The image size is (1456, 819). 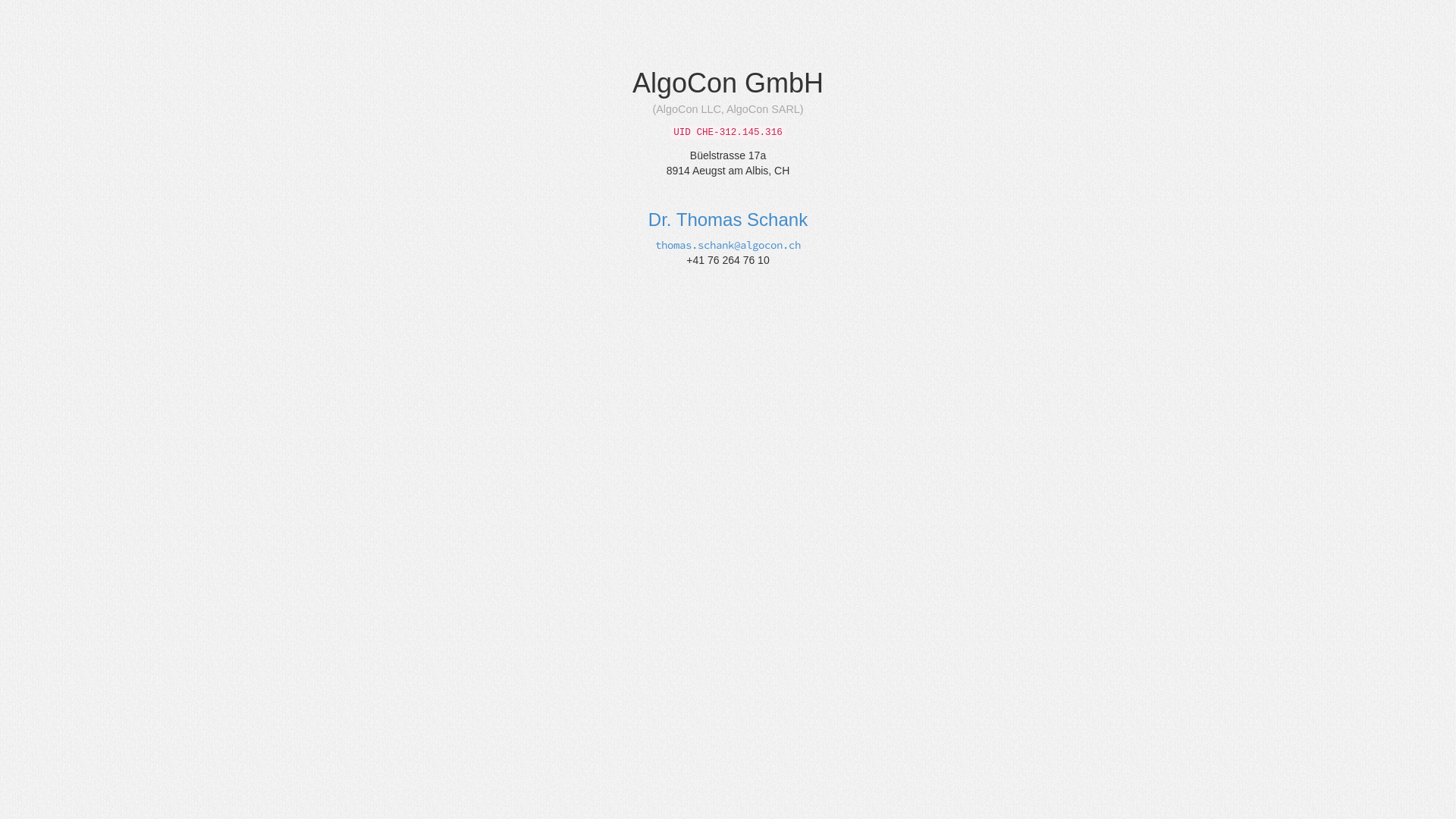 I want to click on 'Dr. Thomas Schank', so click(x=728, y=219).